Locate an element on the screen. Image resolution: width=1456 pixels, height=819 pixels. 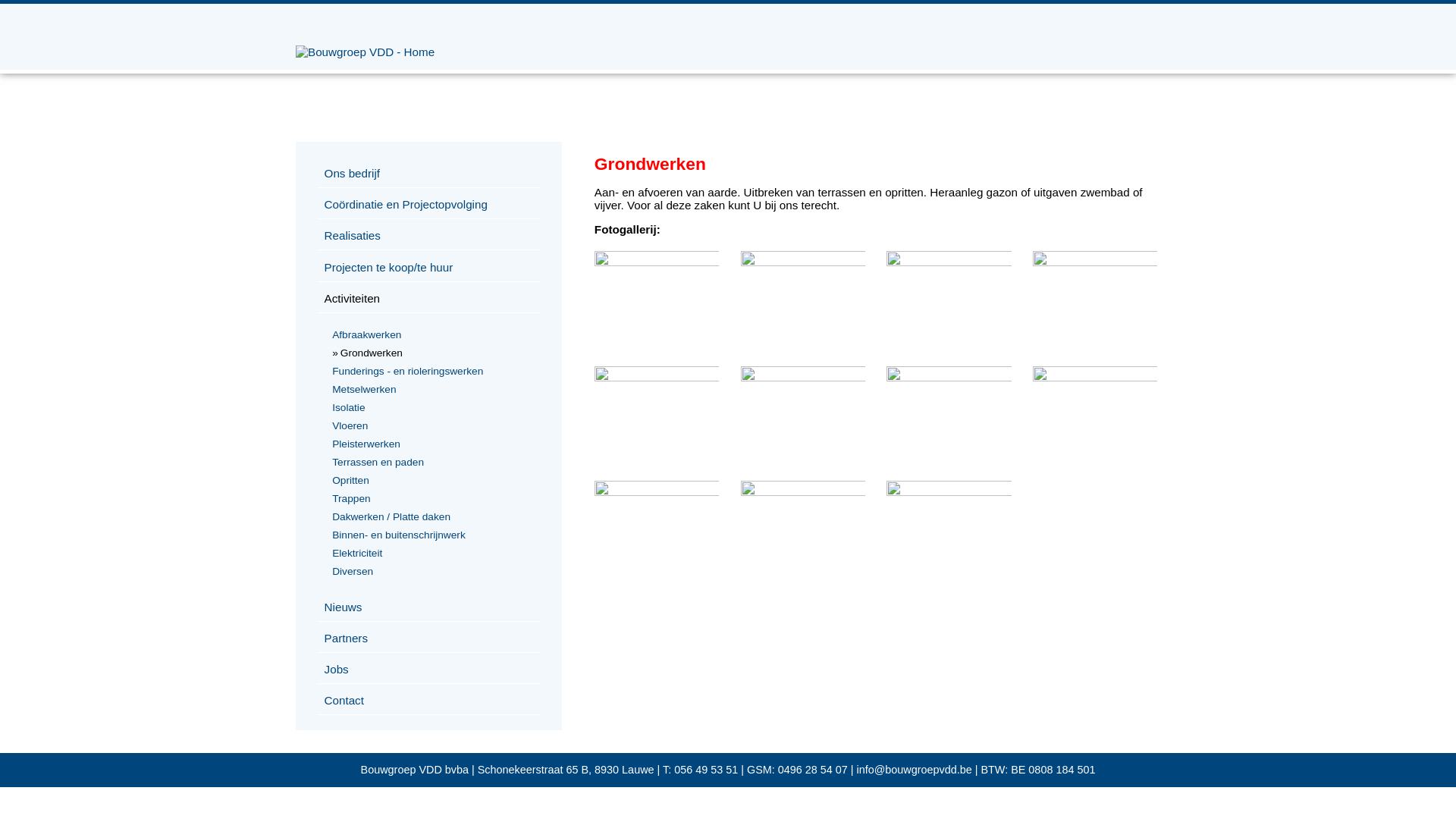
'Contact' is located at coordinates (428, 701).